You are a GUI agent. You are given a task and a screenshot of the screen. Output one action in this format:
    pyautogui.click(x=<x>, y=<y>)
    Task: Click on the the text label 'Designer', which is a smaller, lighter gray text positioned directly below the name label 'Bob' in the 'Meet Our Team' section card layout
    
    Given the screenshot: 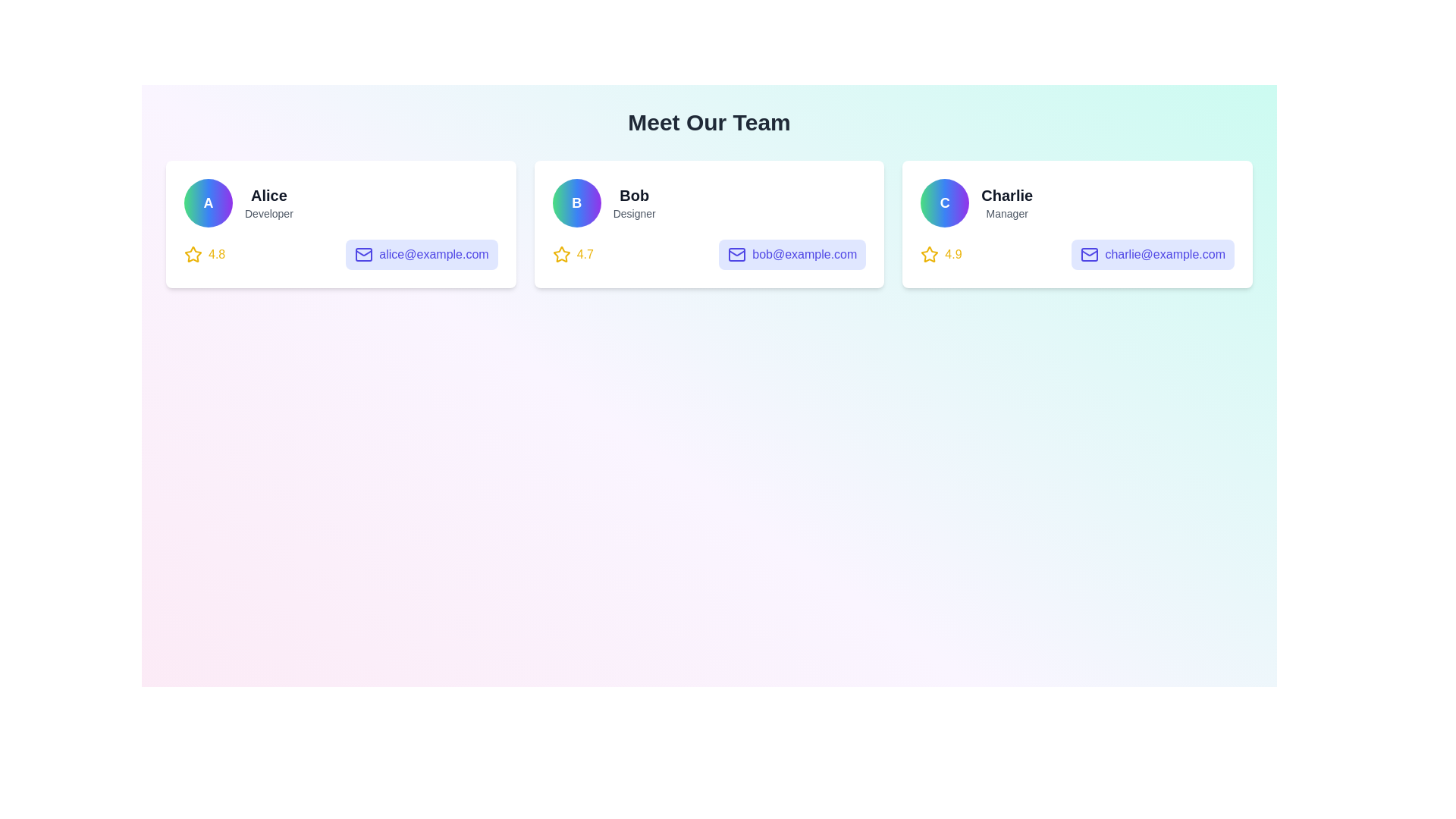 What is the action you would take?
    pyautogui.click(x=634, y=213)
    